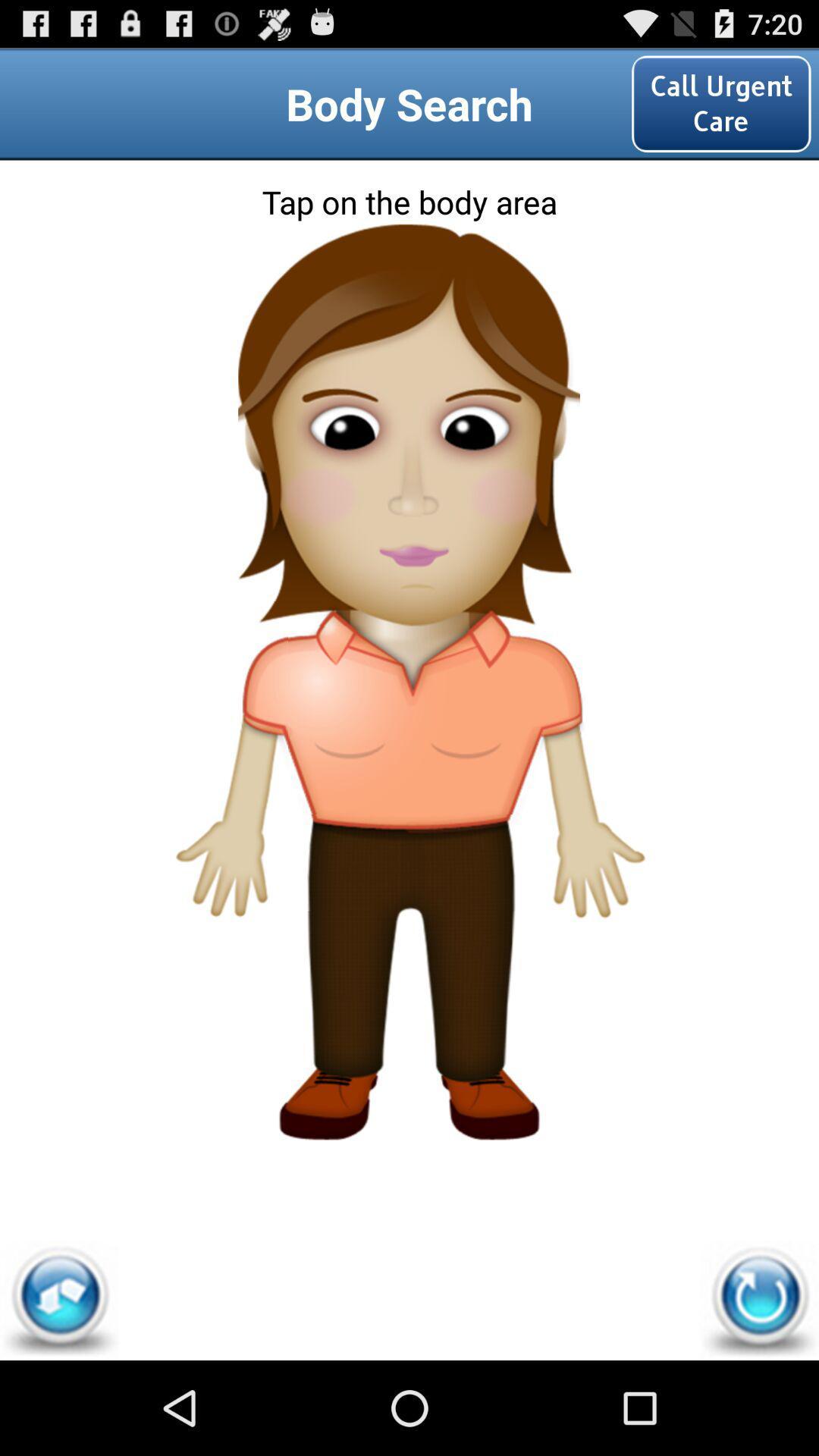  I want to click on legs and feet, so click(409, 1026).